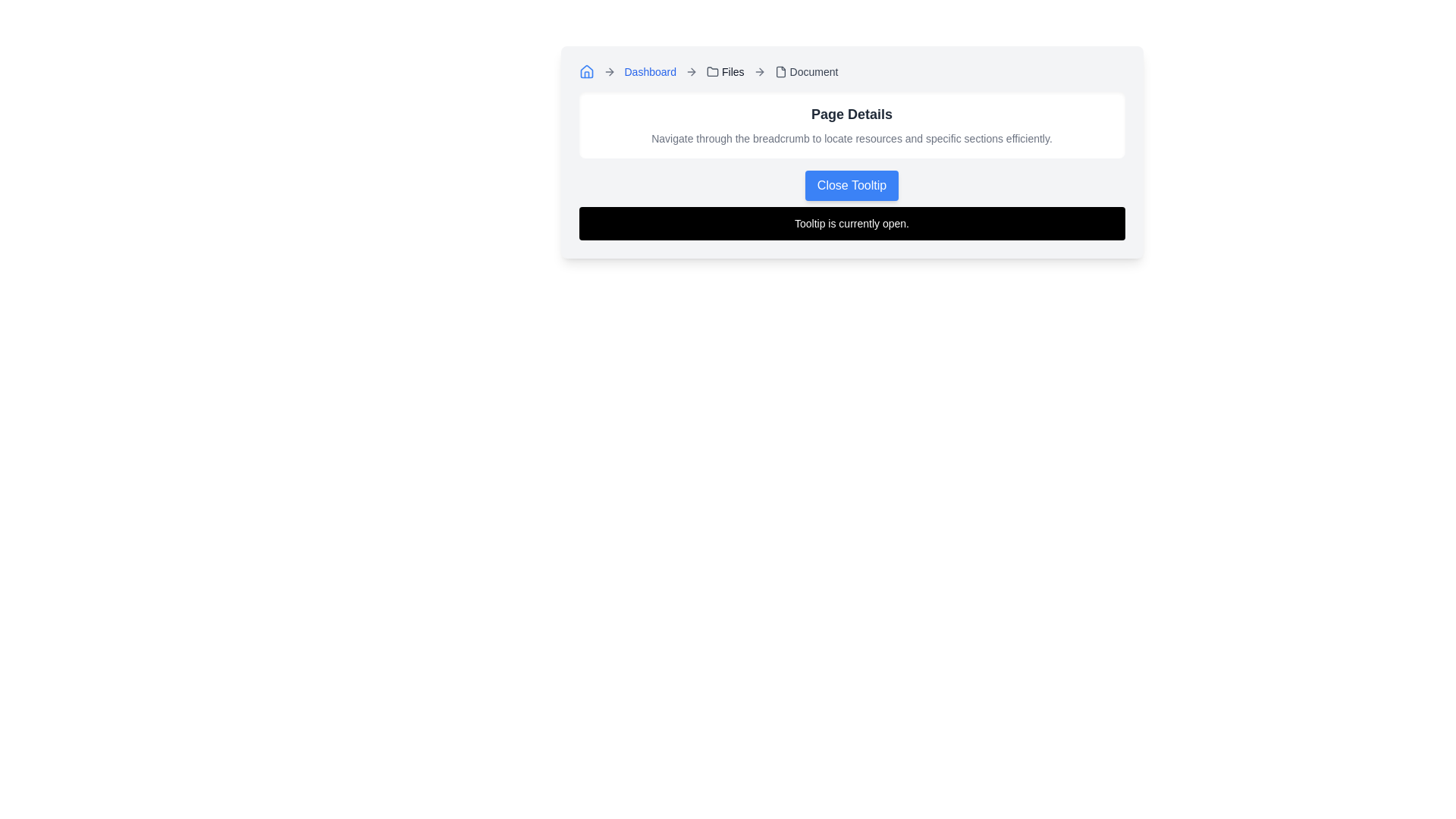  What do you see at coordinates (692, 72) in the screenshot?
I see `the rightward-pointing arrow icon in the breadcrumb navigation bar, located near the top-left side of the interface` at bounding box center [692, 72].